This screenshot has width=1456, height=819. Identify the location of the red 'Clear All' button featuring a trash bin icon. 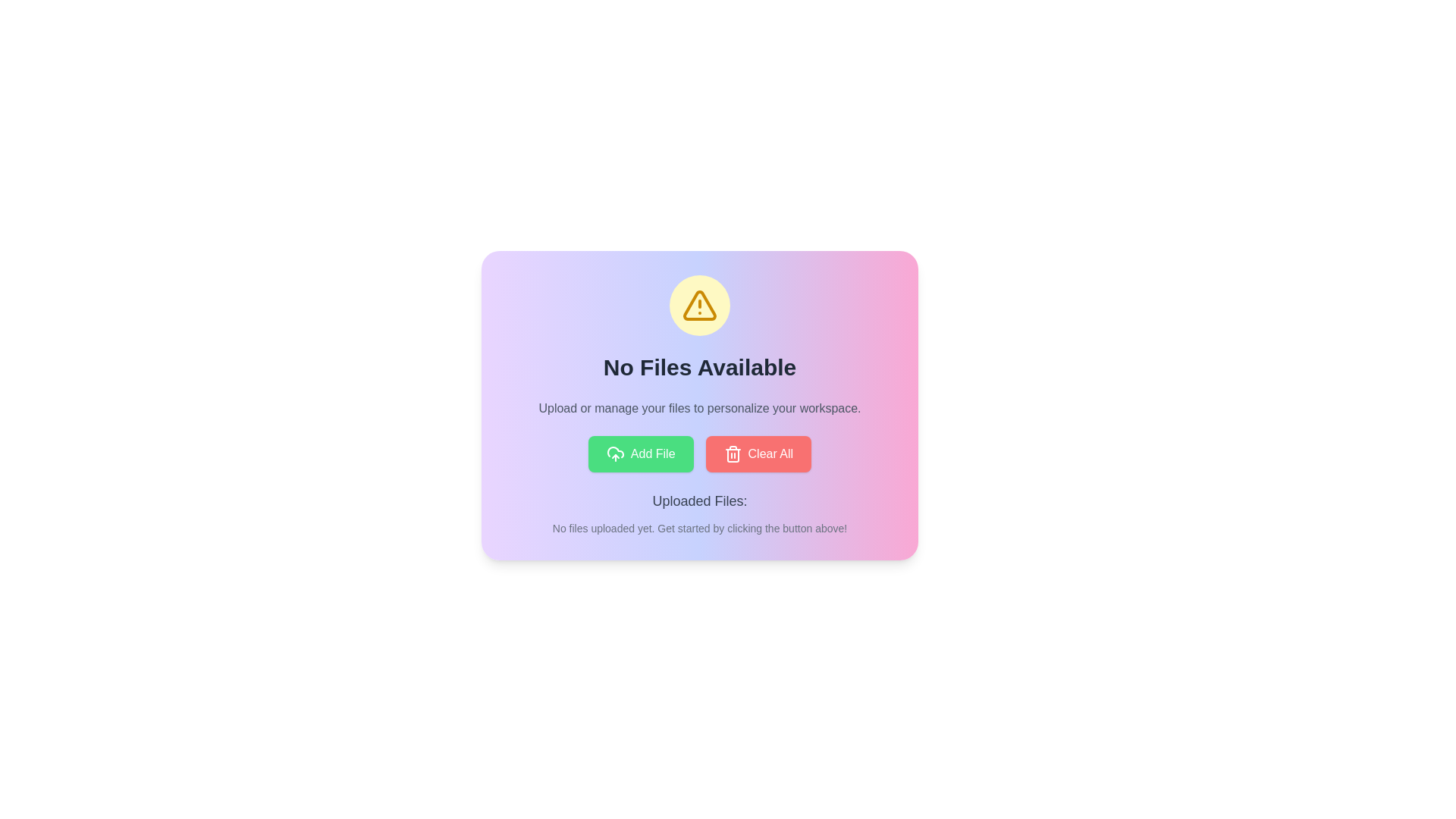
(758, 453).